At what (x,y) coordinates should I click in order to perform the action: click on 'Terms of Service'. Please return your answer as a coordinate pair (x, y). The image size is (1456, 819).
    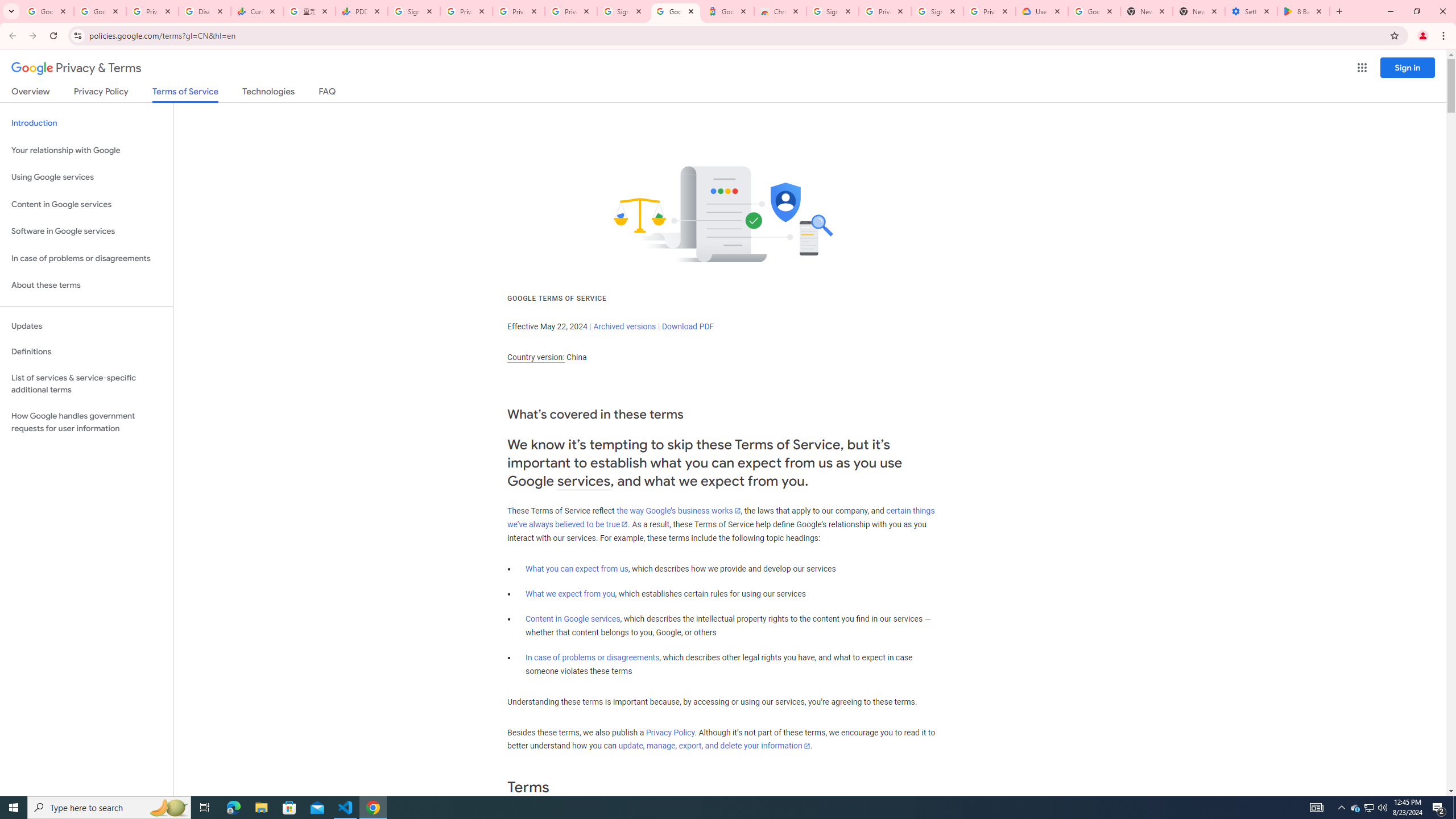
    Looking at the image, I should click on (185, 94).